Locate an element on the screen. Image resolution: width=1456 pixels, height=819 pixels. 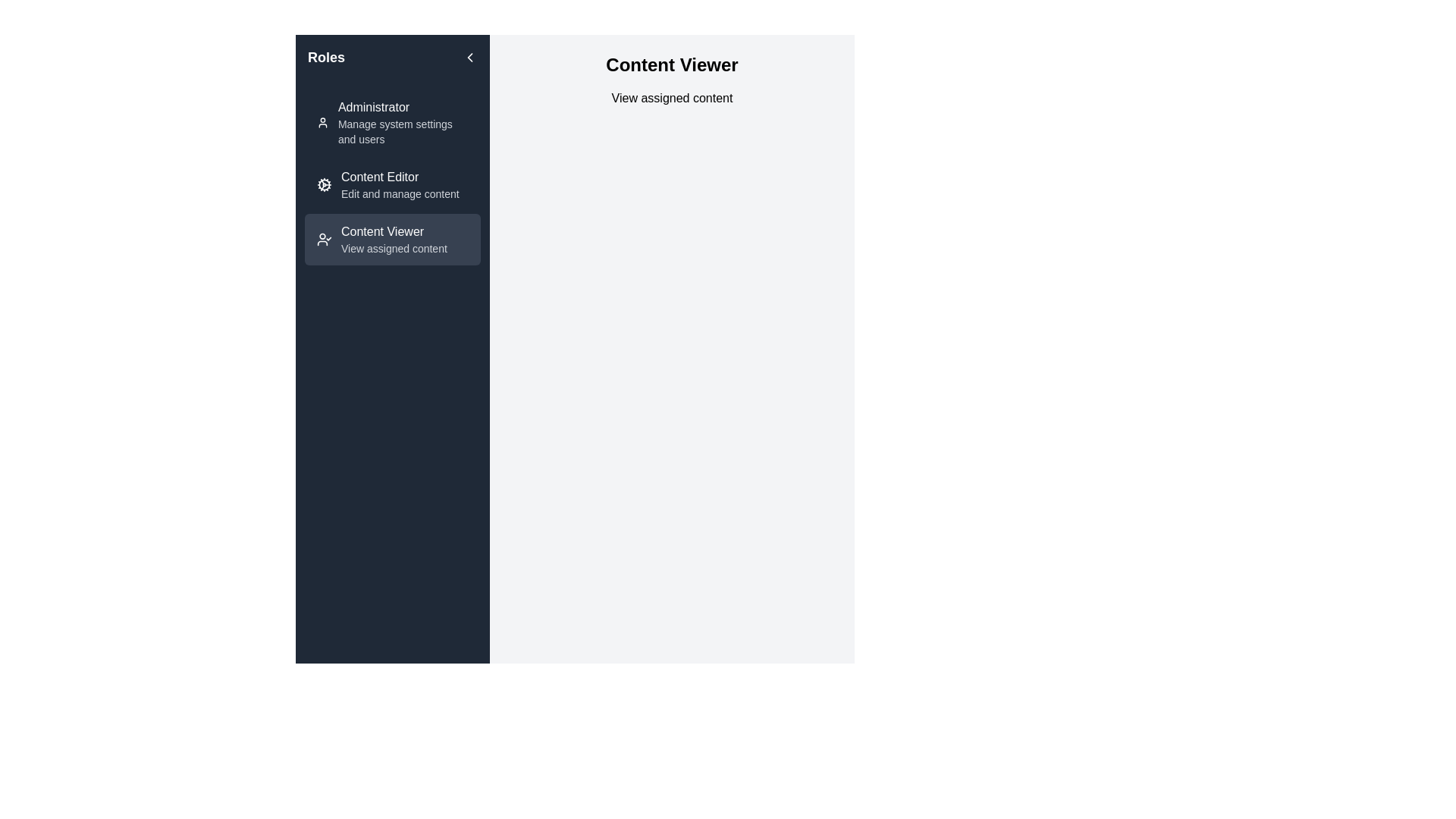
the SVG-based icon for the 'Content Editor' menu item located in the sidebar menu, which serves as a visual cue for editing content is located at coordinates (323, 184).